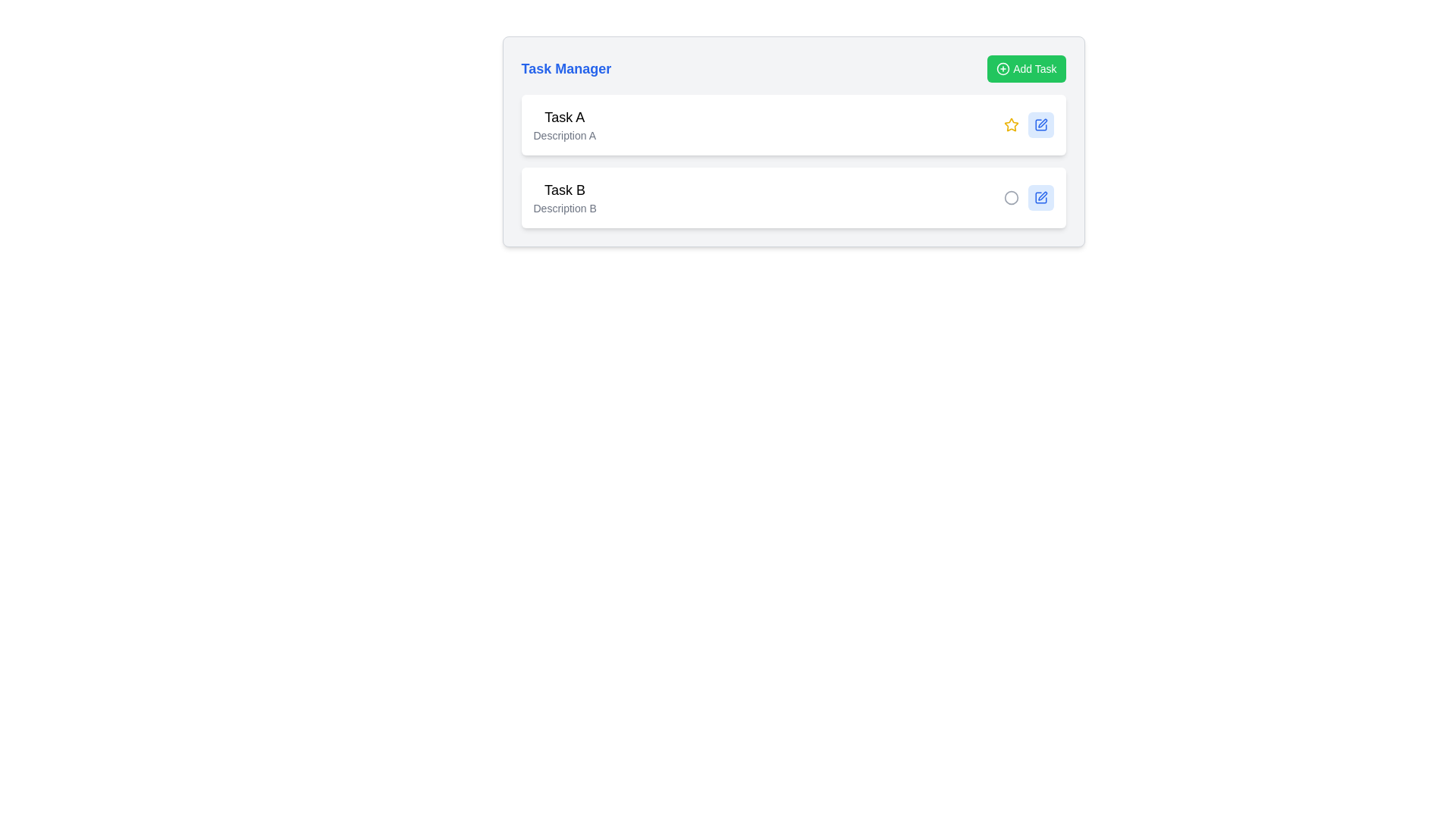  I want to click on the 'edit' button located on the rightmost side of the row for 'Task B', which allows users to modify the task details, so click(1040, 197).